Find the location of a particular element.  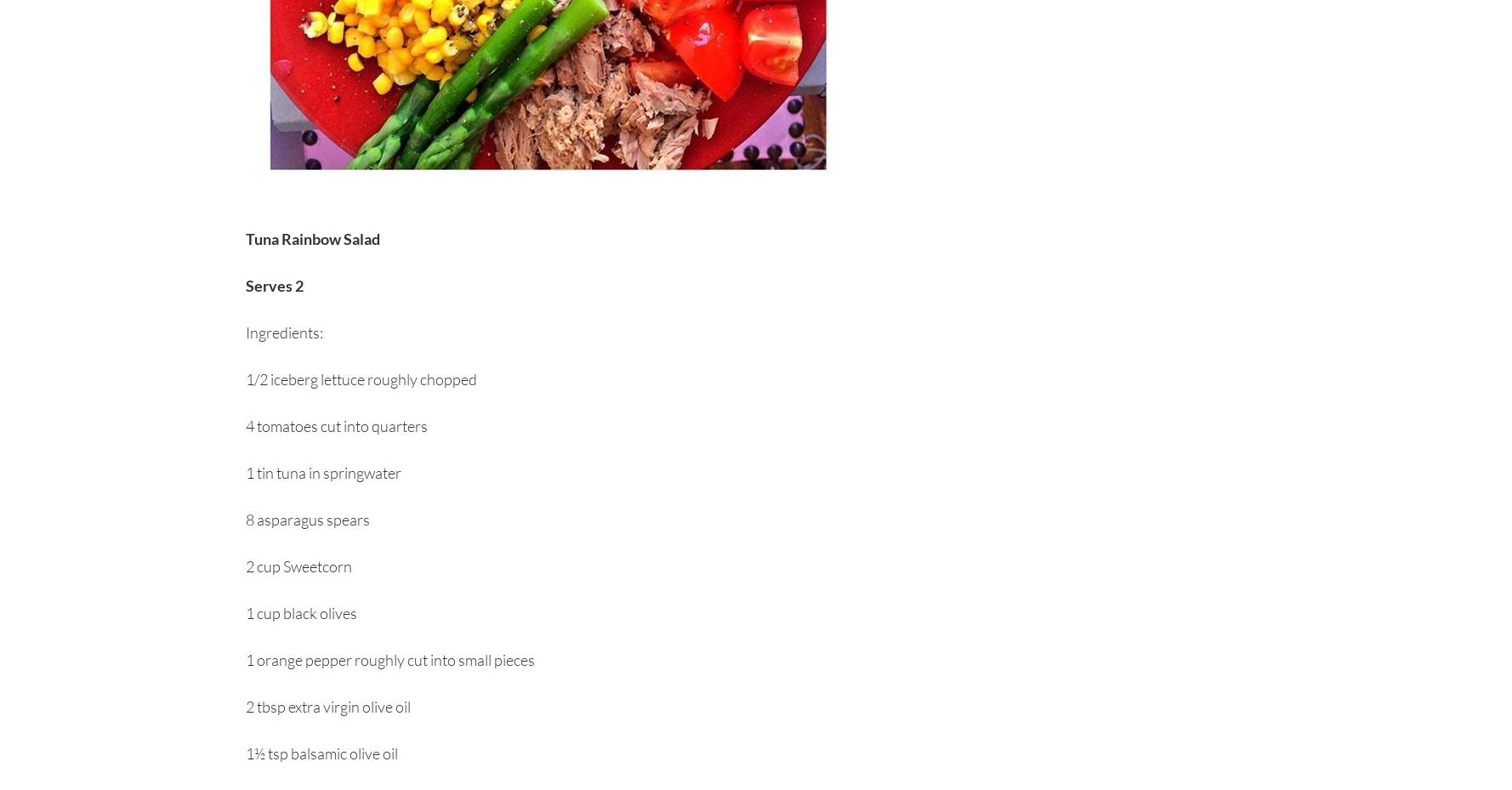

'1 cup black olives' is located at coordinates (300, 612).